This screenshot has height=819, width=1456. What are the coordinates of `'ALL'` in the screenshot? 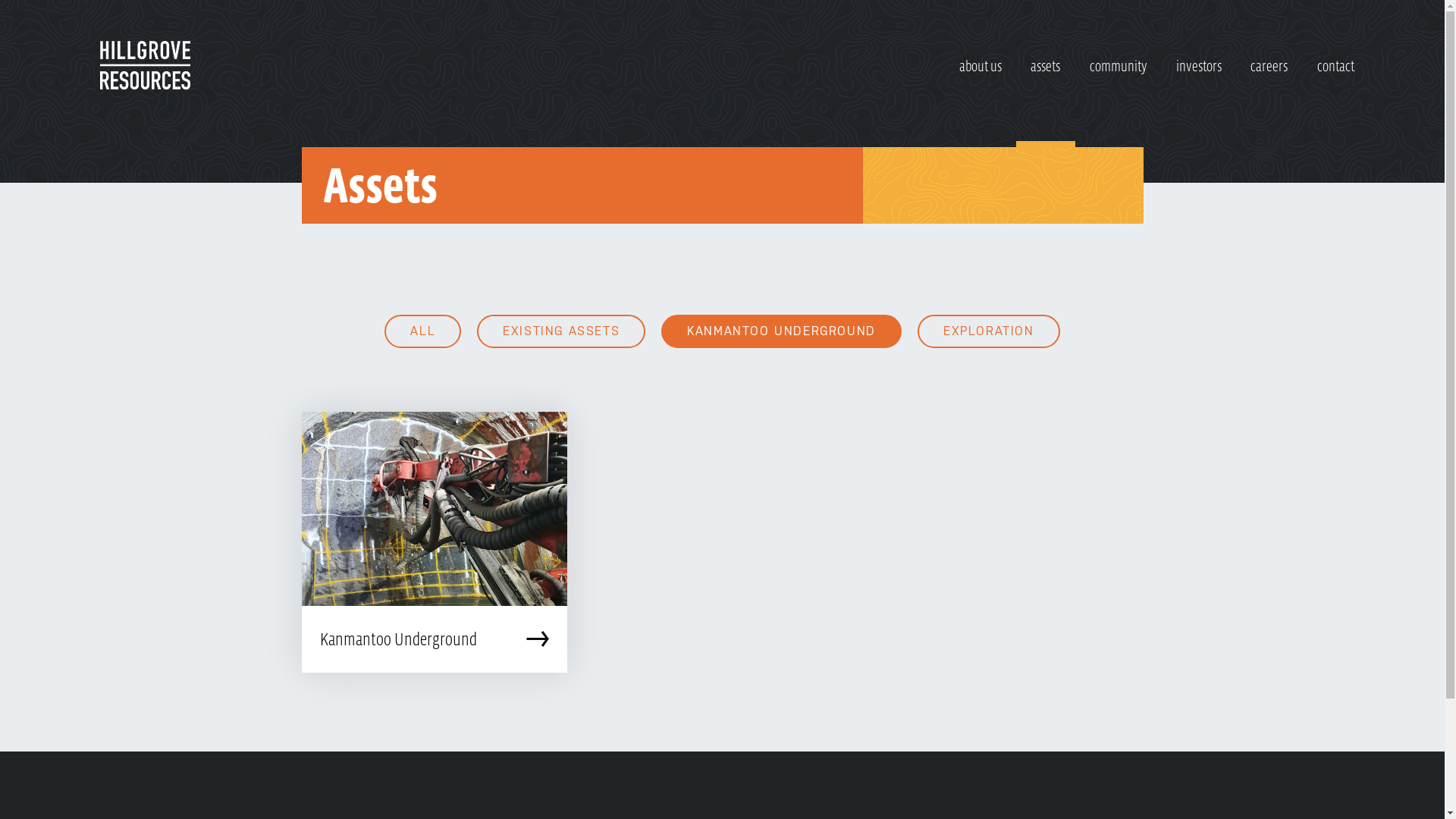 It's located at (384, 330).